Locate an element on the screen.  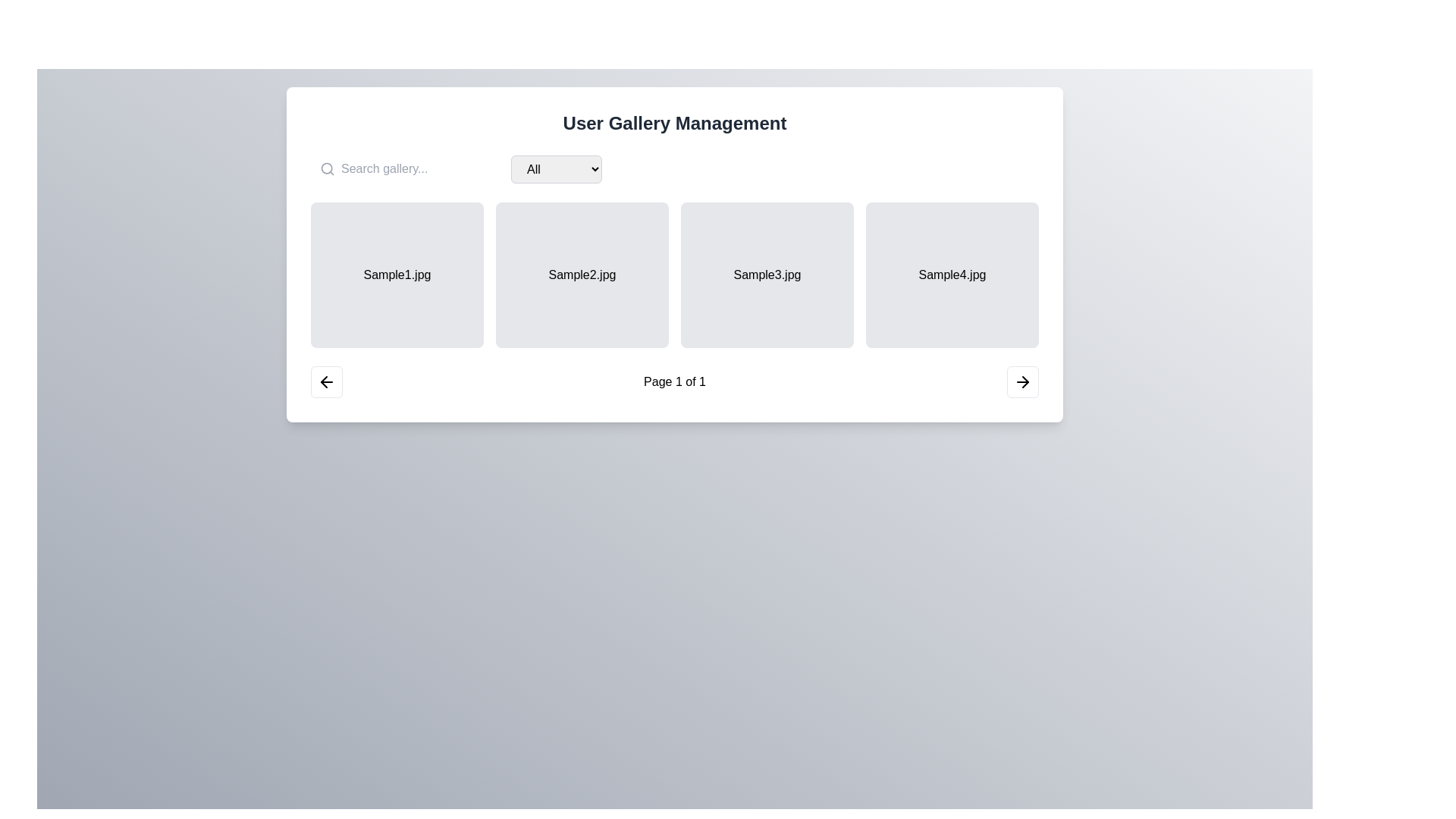
the search icon SVG graphic located to the left of the input field with the placeholder text 'Search gallery...', which serves as a visual cue for the search functionality is located at coordinates (327, 169).